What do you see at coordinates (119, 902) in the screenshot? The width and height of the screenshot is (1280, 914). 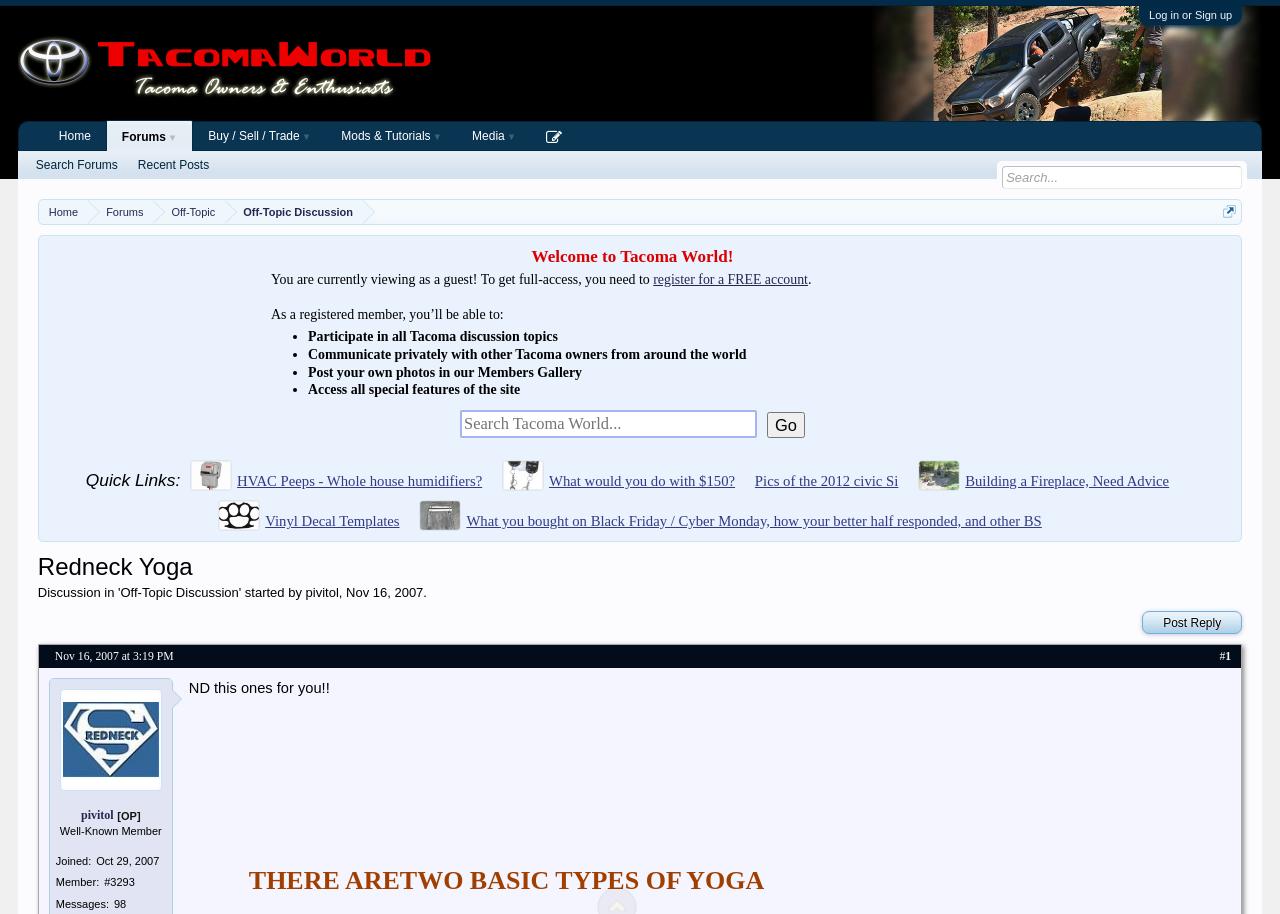 I see `'98'` at bounding box center [119, 902].